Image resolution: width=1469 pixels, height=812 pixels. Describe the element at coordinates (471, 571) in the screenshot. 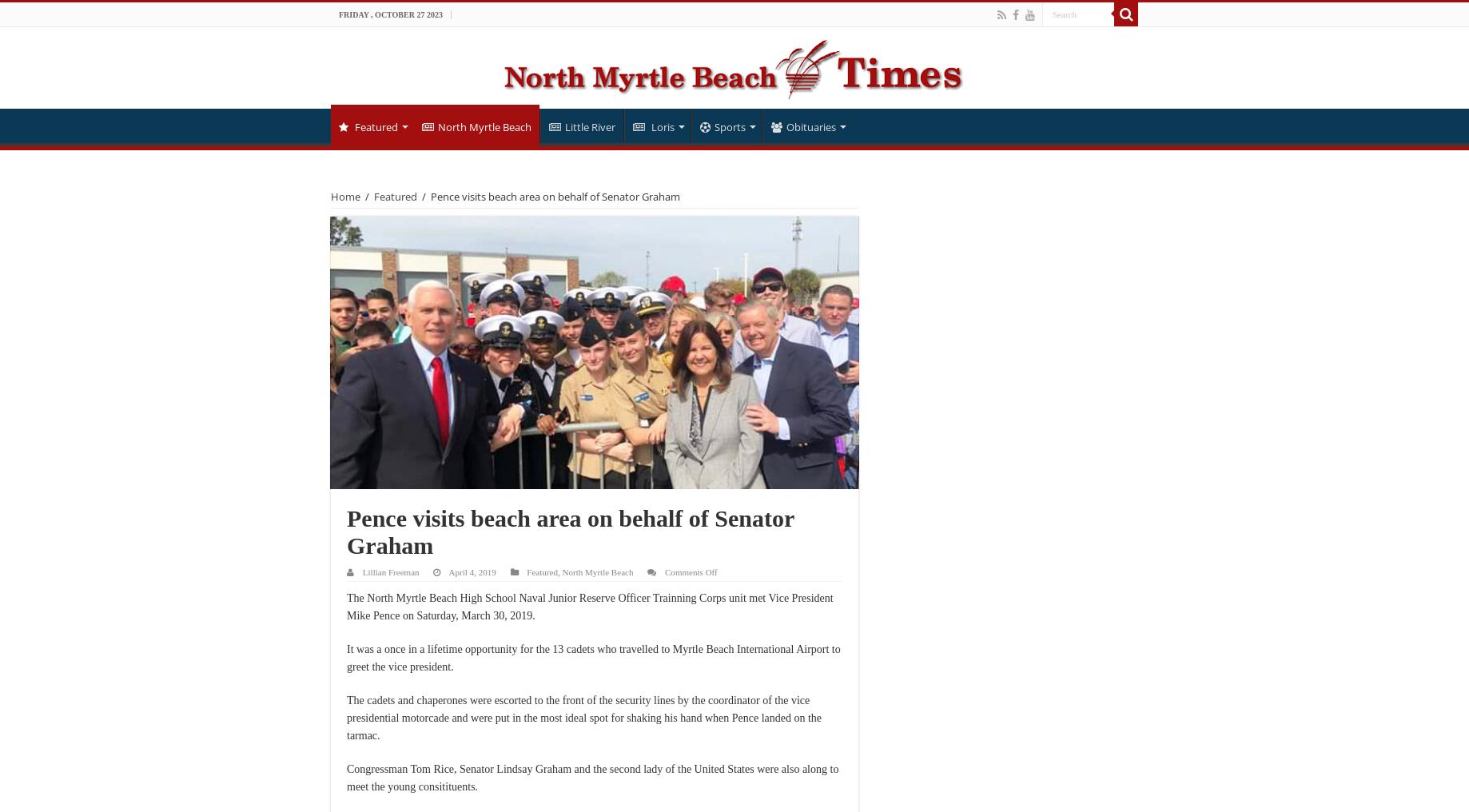

I see `'April 4, 2019'` at that location.